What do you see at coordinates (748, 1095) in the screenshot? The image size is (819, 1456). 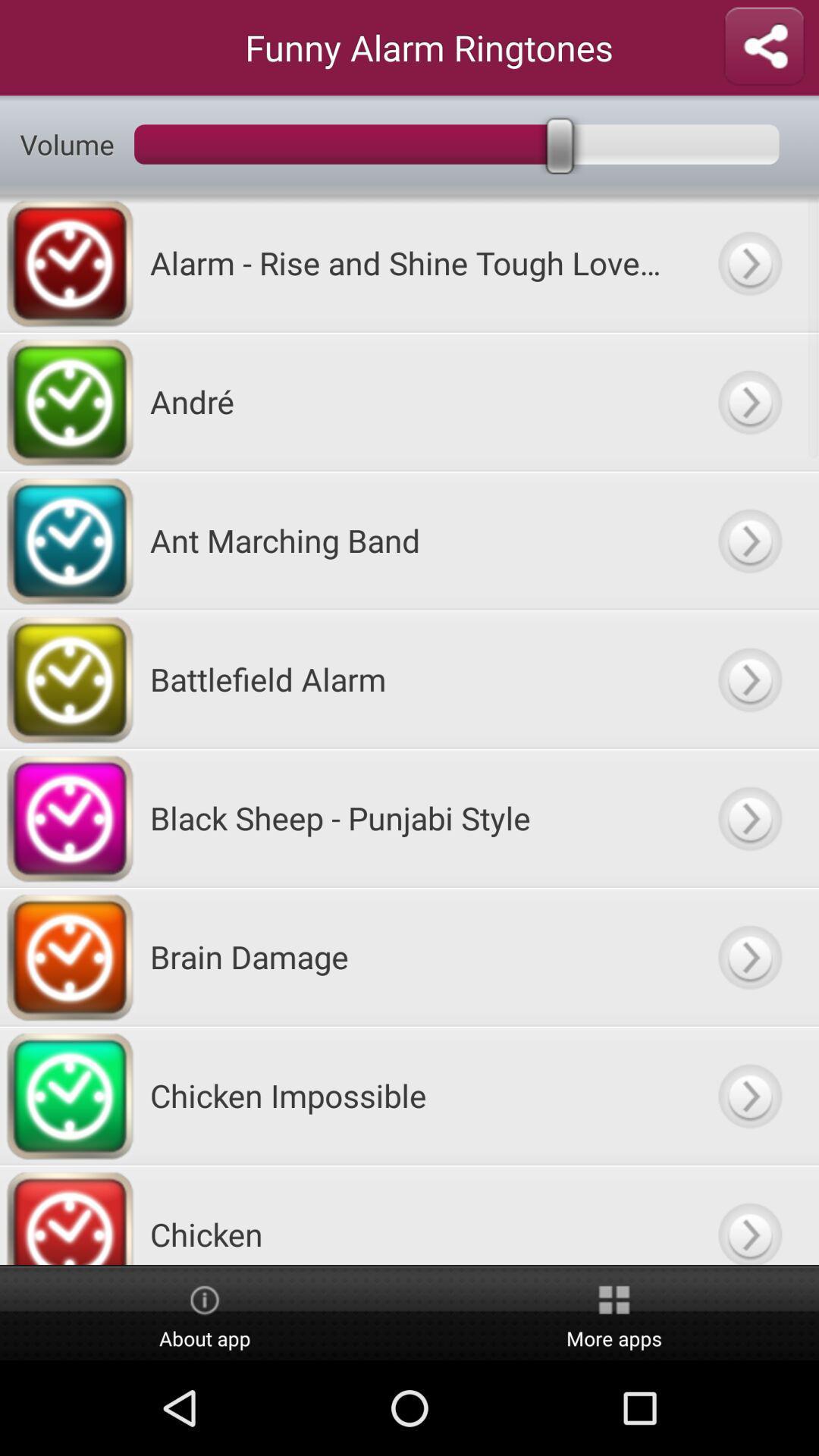 I see `next` at bounding box center [748, 1095].